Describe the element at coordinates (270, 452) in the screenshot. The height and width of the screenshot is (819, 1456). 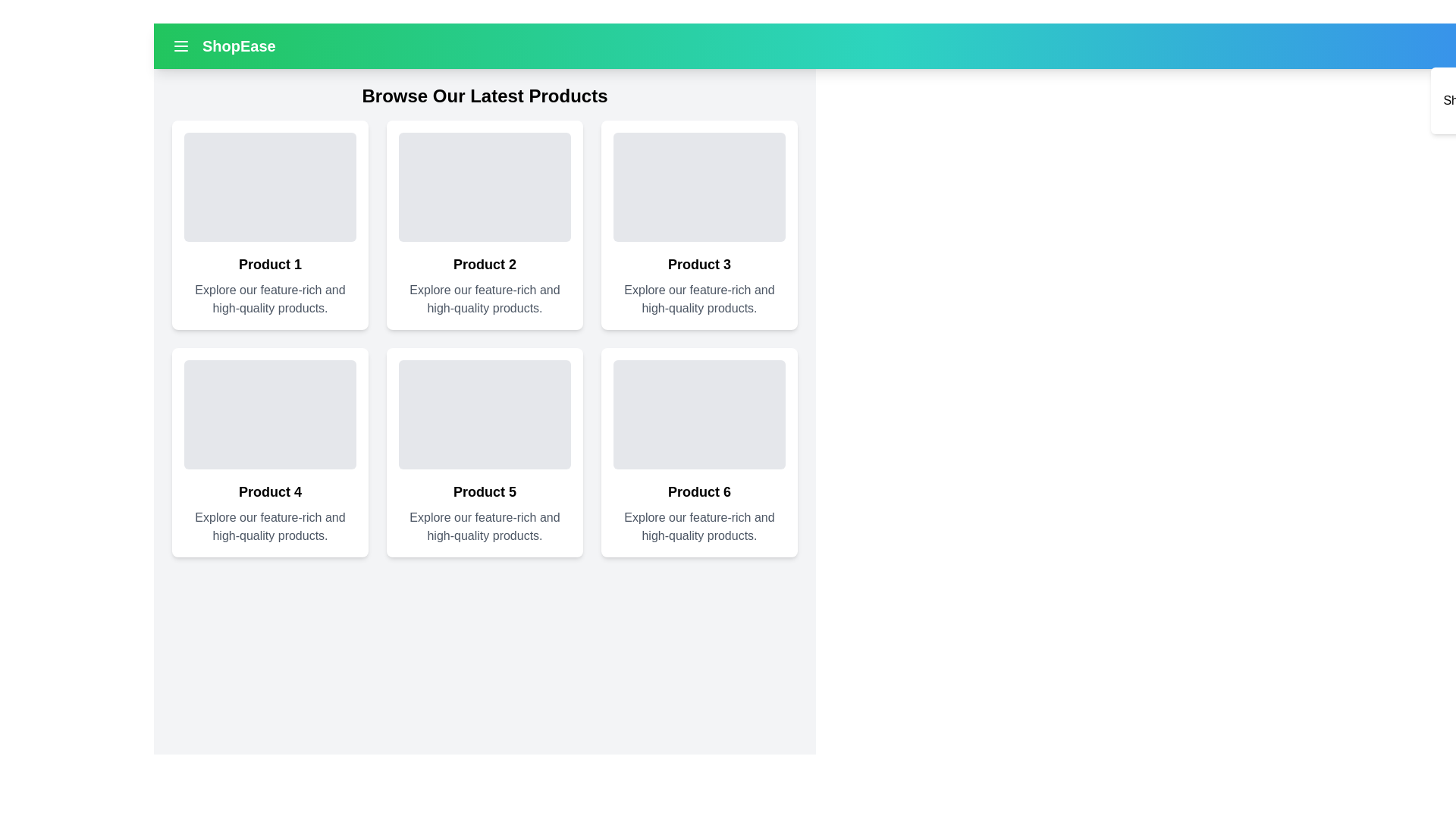
I see `the Informational card for 'Product 4', located in the bottom-left corner of the grid, adjacent to 'Product 3' above and 'Product 5' to the right` at that location.